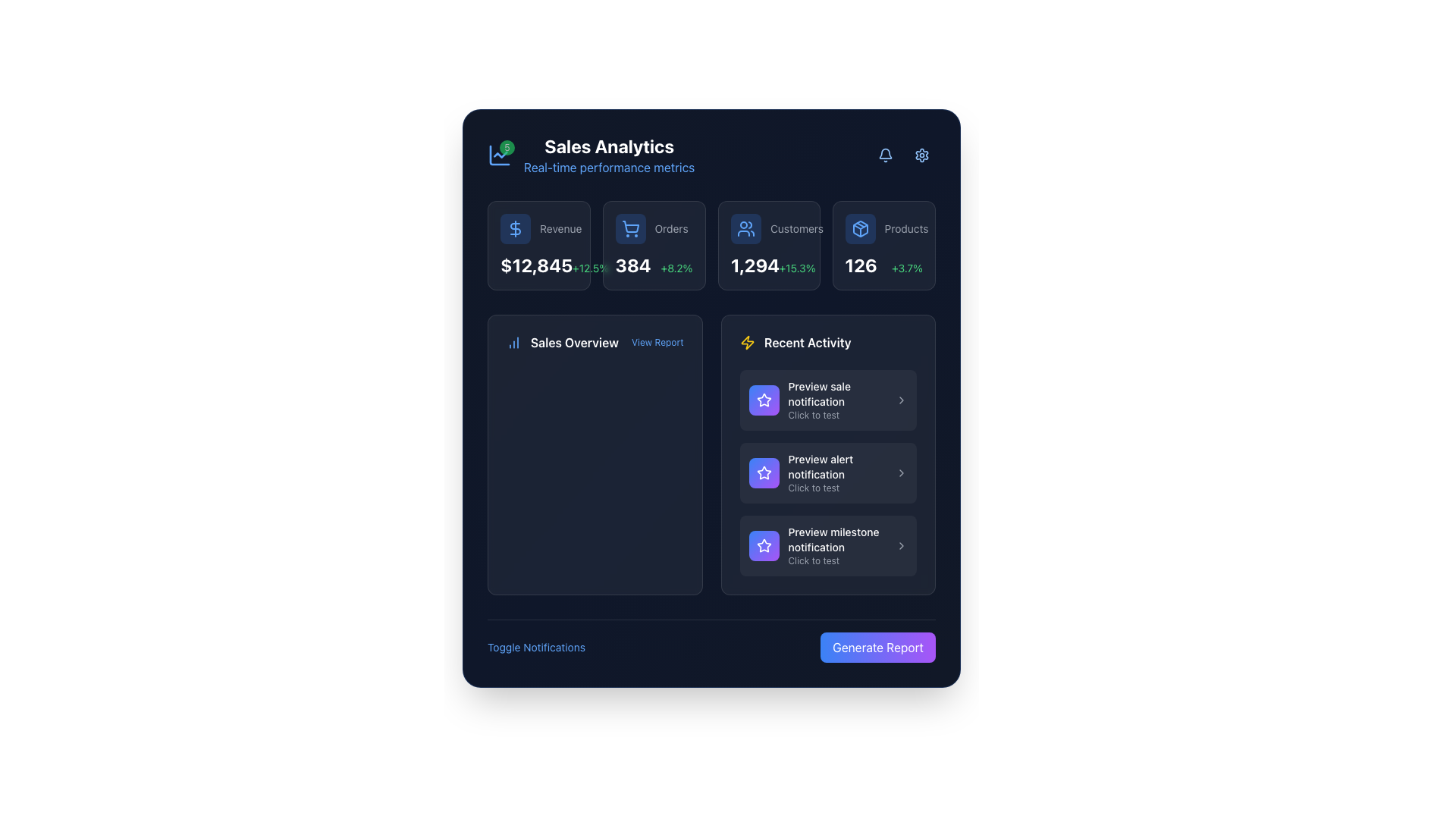 Image resolution: width=1456 pixels, height=819 pixels. I want to click on the text display containing 'Preview sale notification' and 'Click to test' in the 'Recent Activity' section, so click(836, 400).